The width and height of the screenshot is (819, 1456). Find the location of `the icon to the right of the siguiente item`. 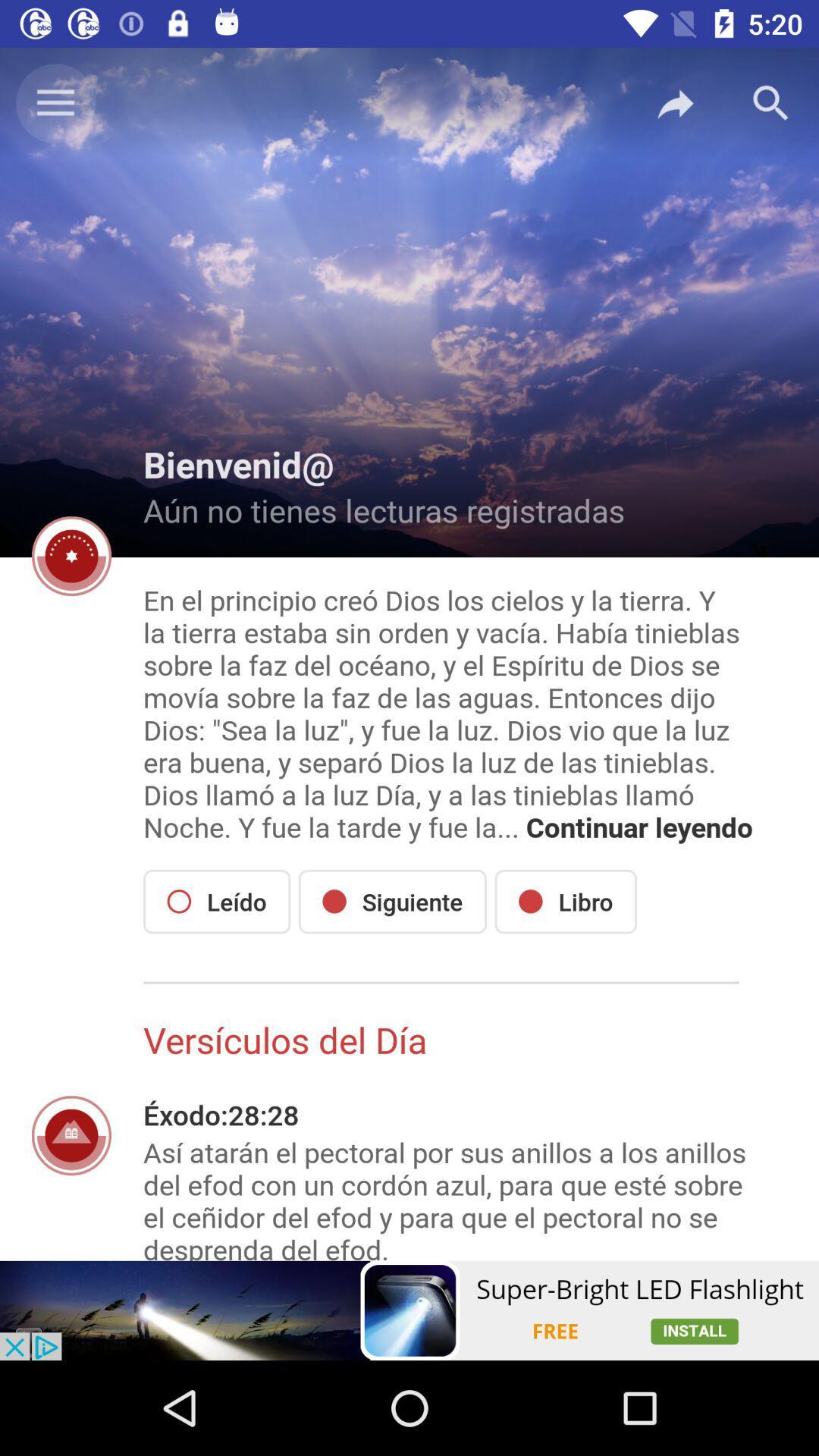

the icon to the right of the siguiente item is located at coordinates (566, 902).